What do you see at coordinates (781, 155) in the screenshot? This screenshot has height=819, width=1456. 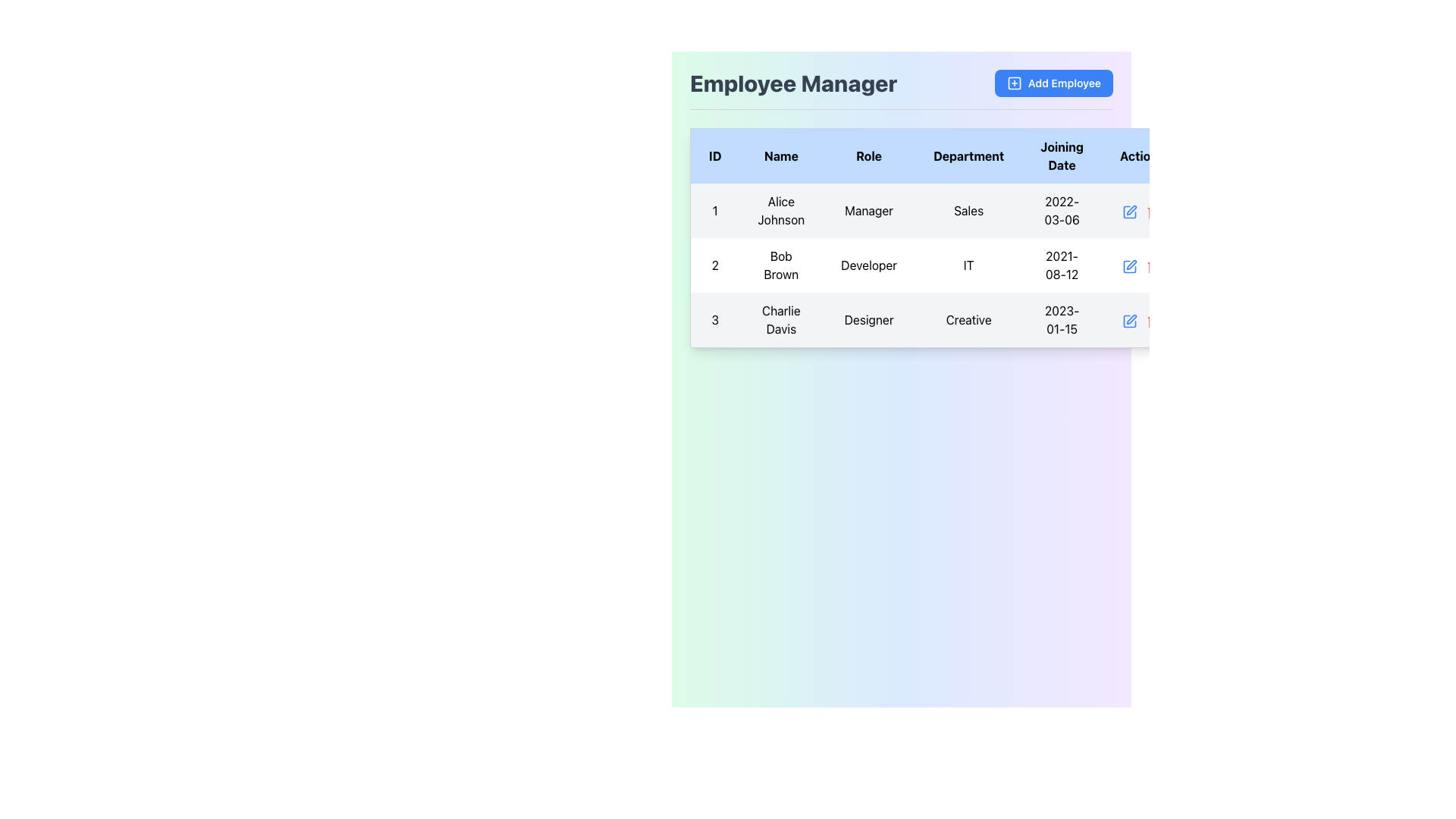 I see `the 'Name' column header in the table, which is located between the 'ID' and 'Role' columns at the top row` at bounding box center [781, 155].